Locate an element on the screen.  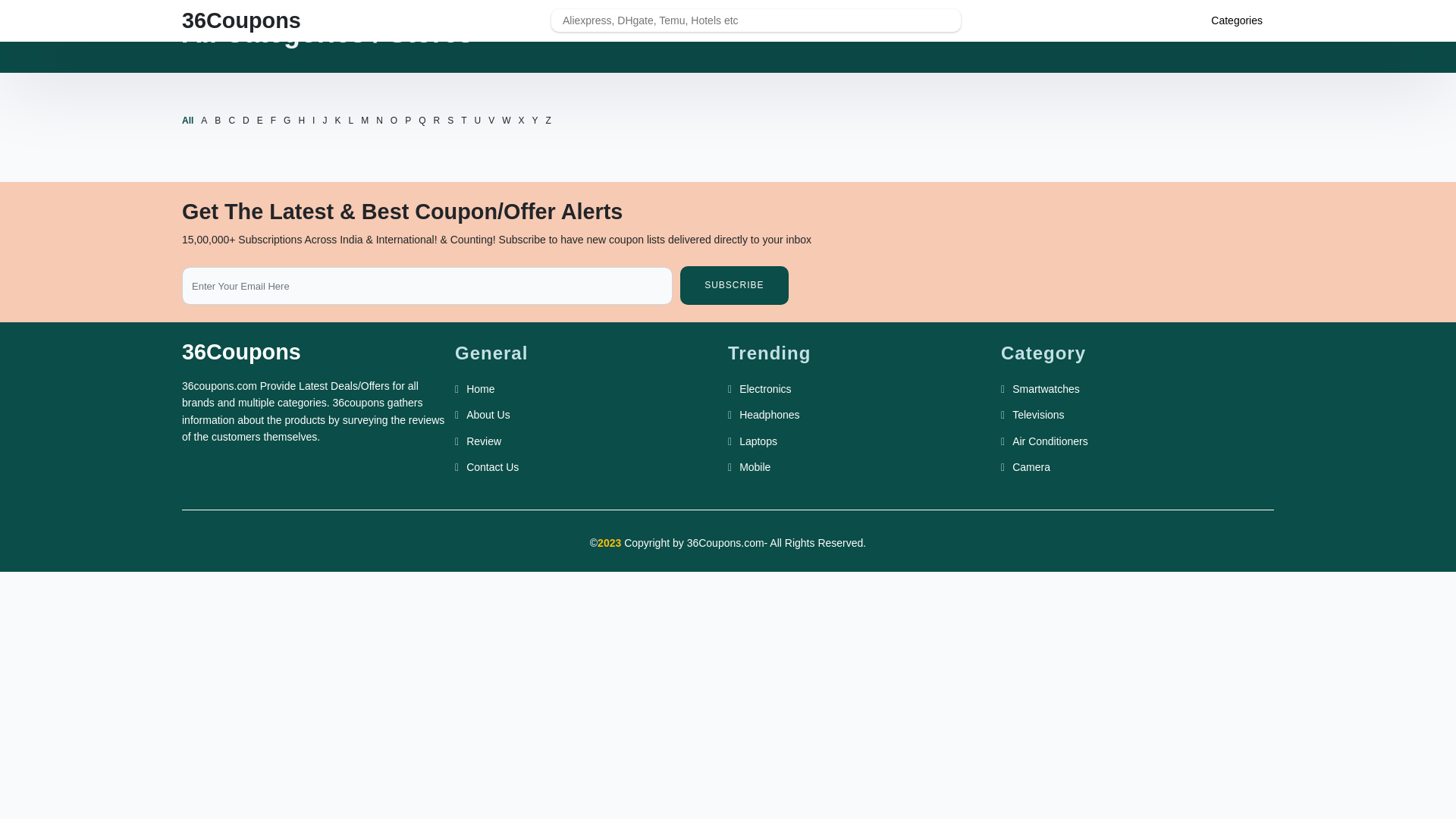
'Contact Us' is located at coordinates (492, 466).